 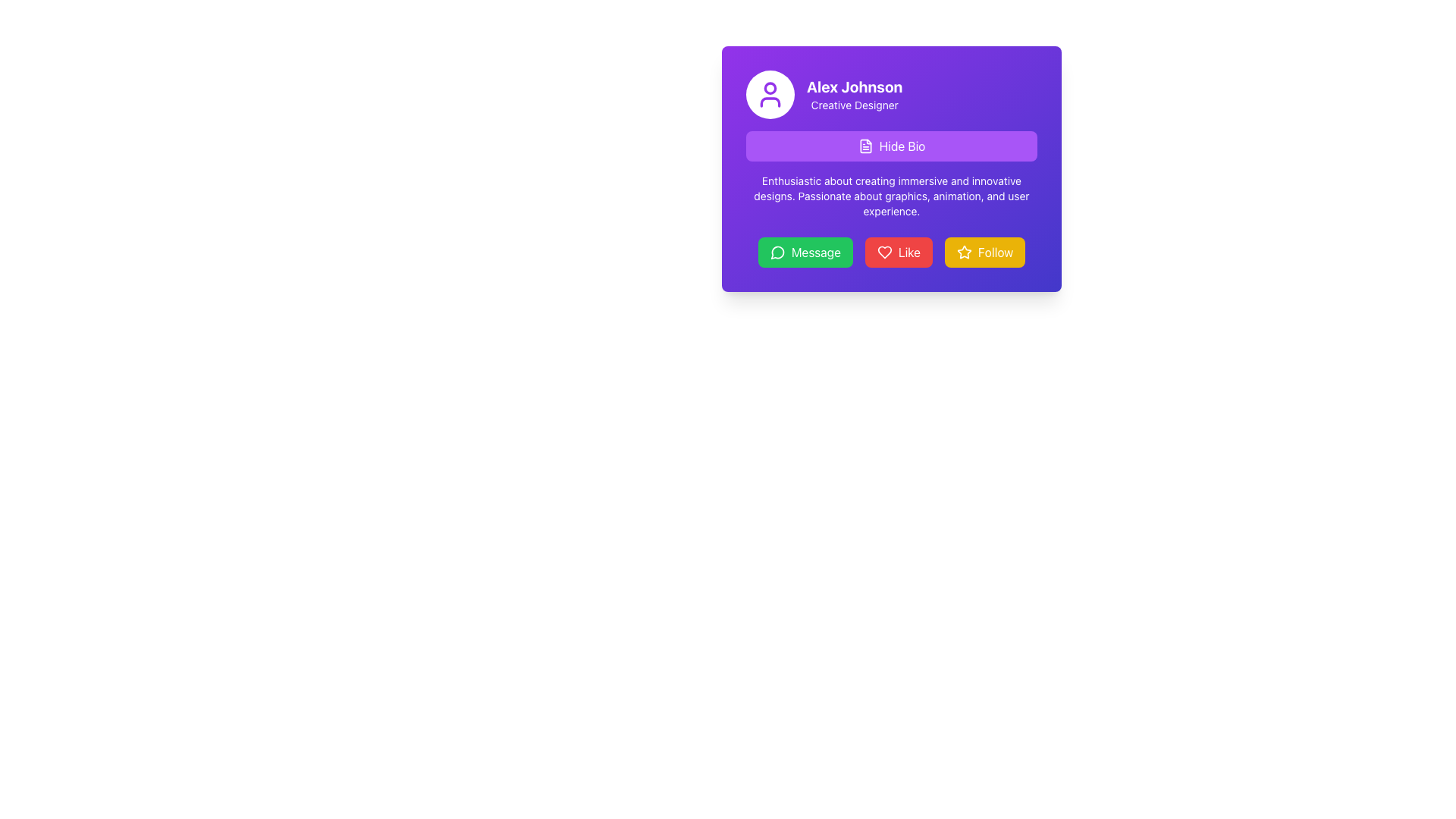 What do you see at coordinates (963, 250) in the screenshot?
I see `the gold star icon that symbolizes affection or approval, located above the 'Follow' button at the bottom right of the profile card` at bounding box center [963, 250].